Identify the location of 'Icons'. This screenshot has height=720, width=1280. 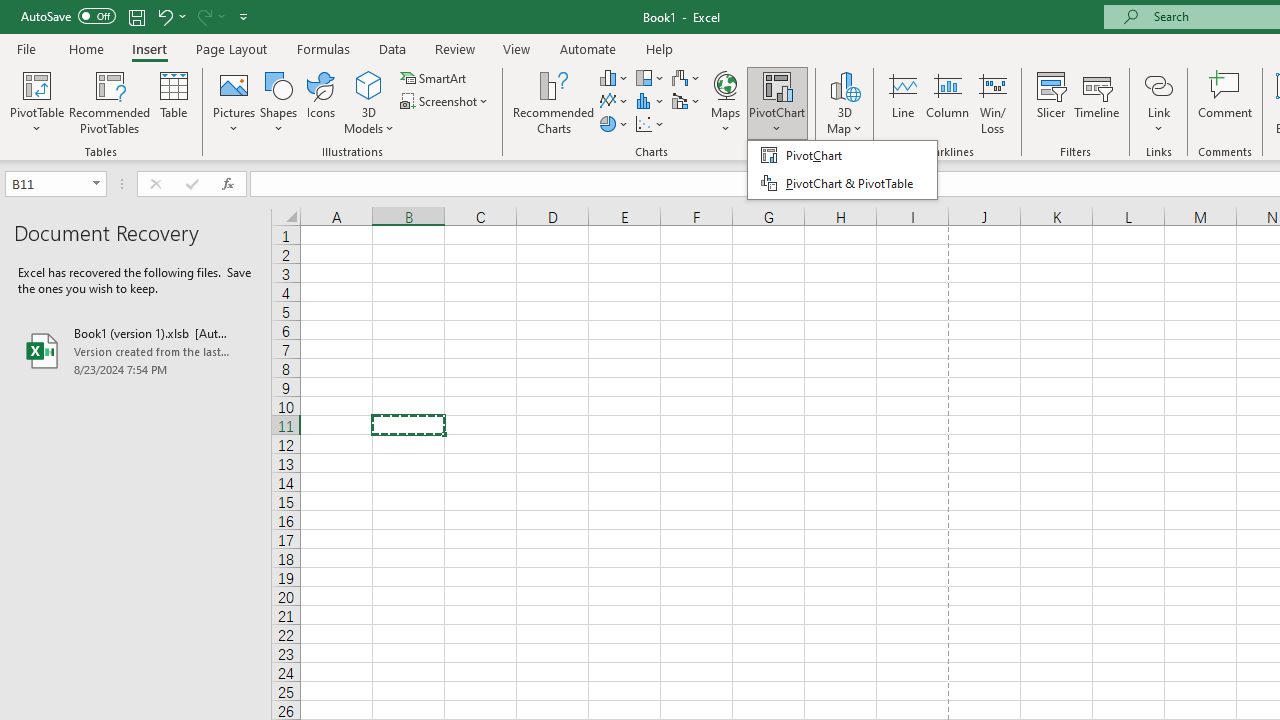
(320, 103).